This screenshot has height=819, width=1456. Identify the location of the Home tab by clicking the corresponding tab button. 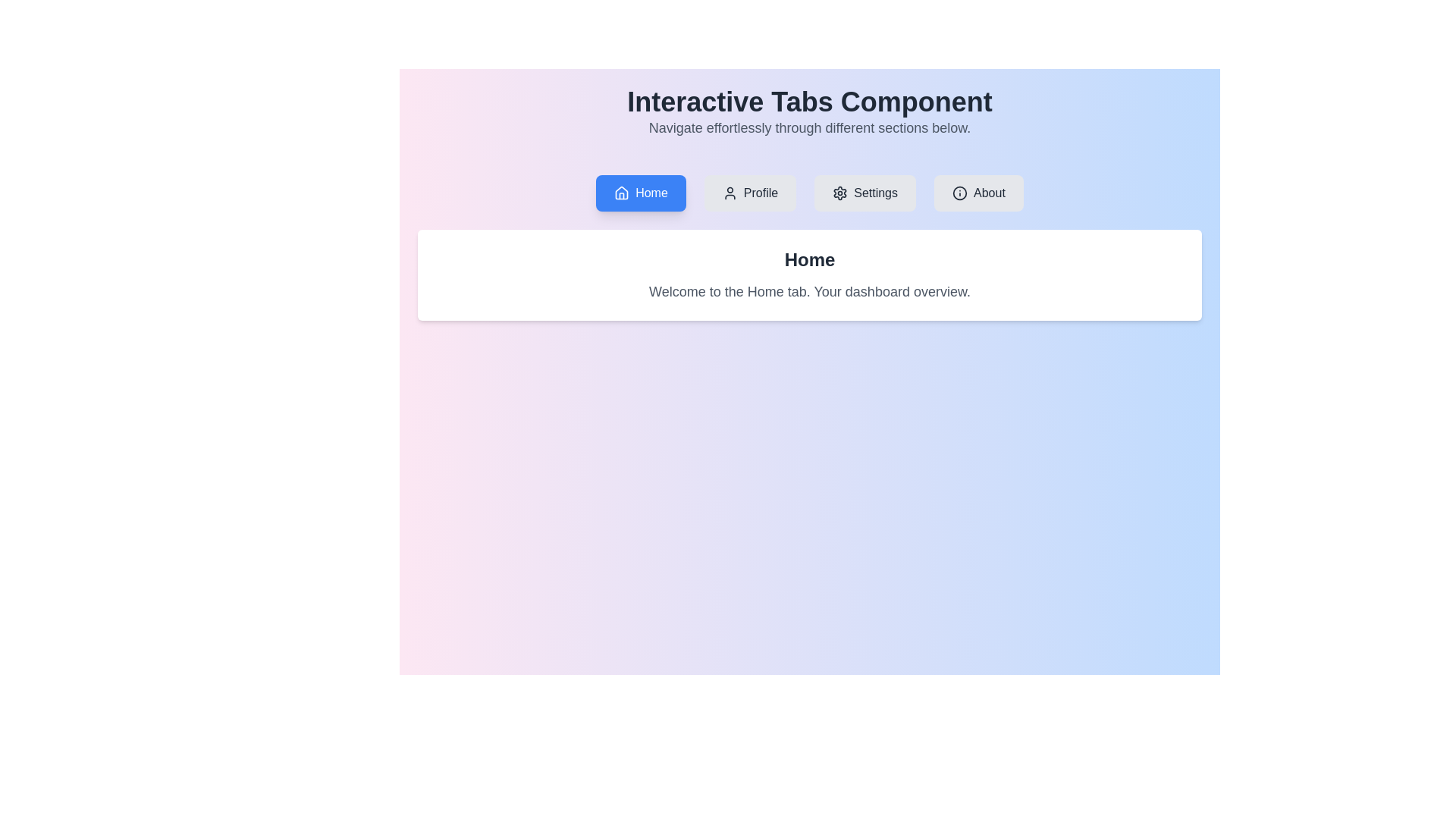
(641, 192).